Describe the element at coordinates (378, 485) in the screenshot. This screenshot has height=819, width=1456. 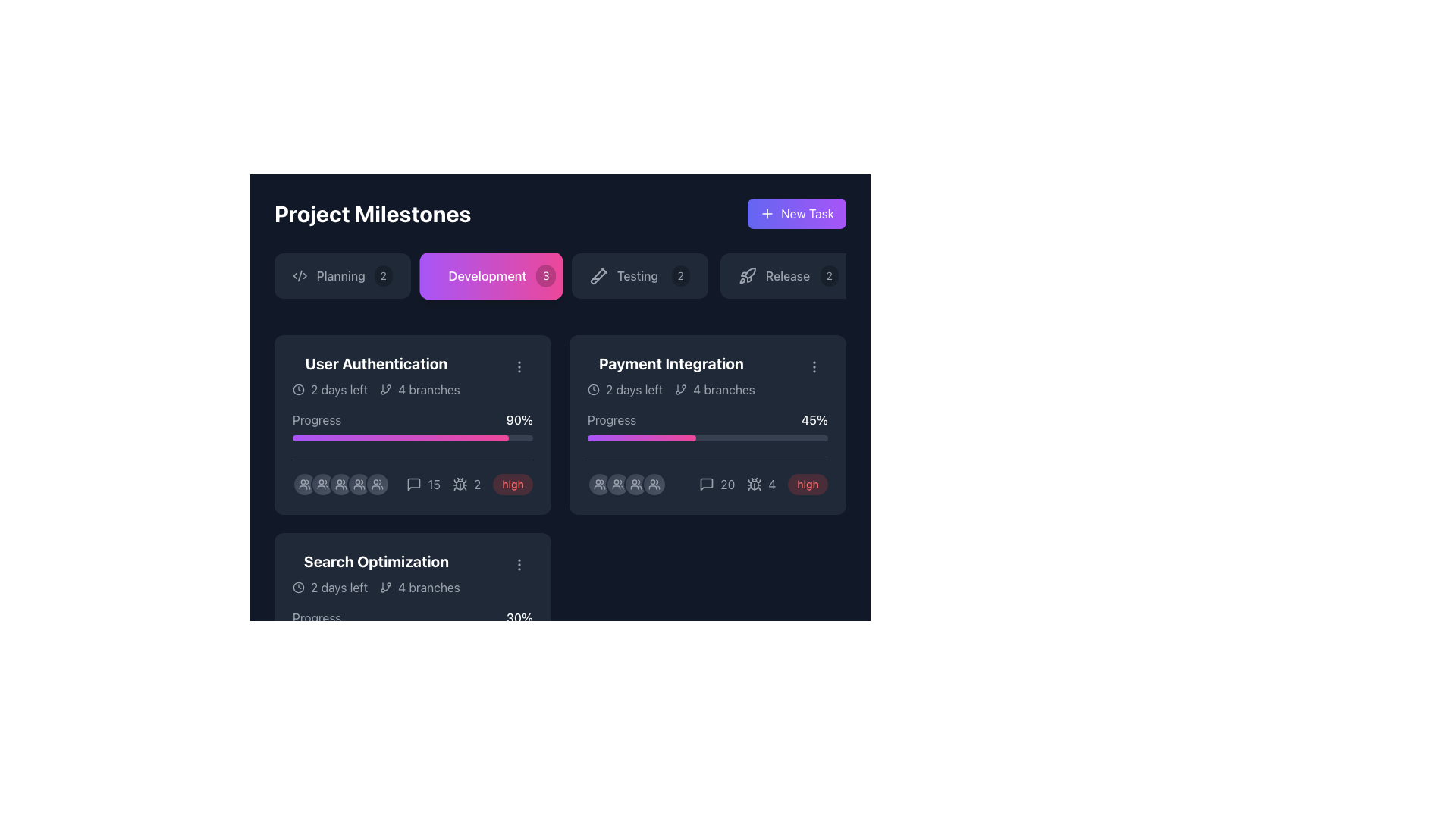
I see `the sixth circular icon with a dark gradient background and a light-colored 'users' icon at the center, located in the 'User Authentication' card` at that location.